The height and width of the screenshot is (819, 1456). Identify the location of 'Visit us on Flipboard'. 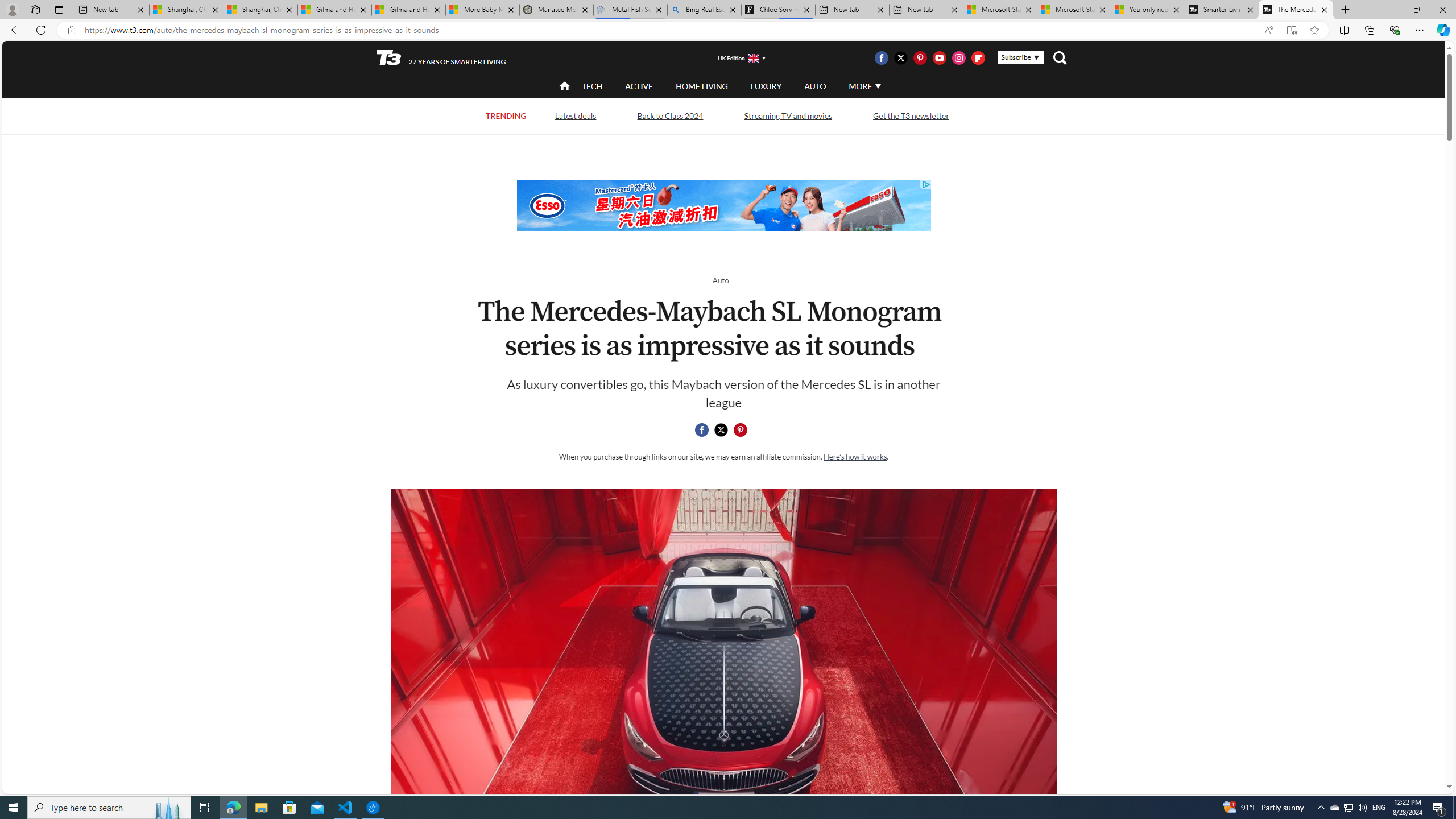
(978, 57).